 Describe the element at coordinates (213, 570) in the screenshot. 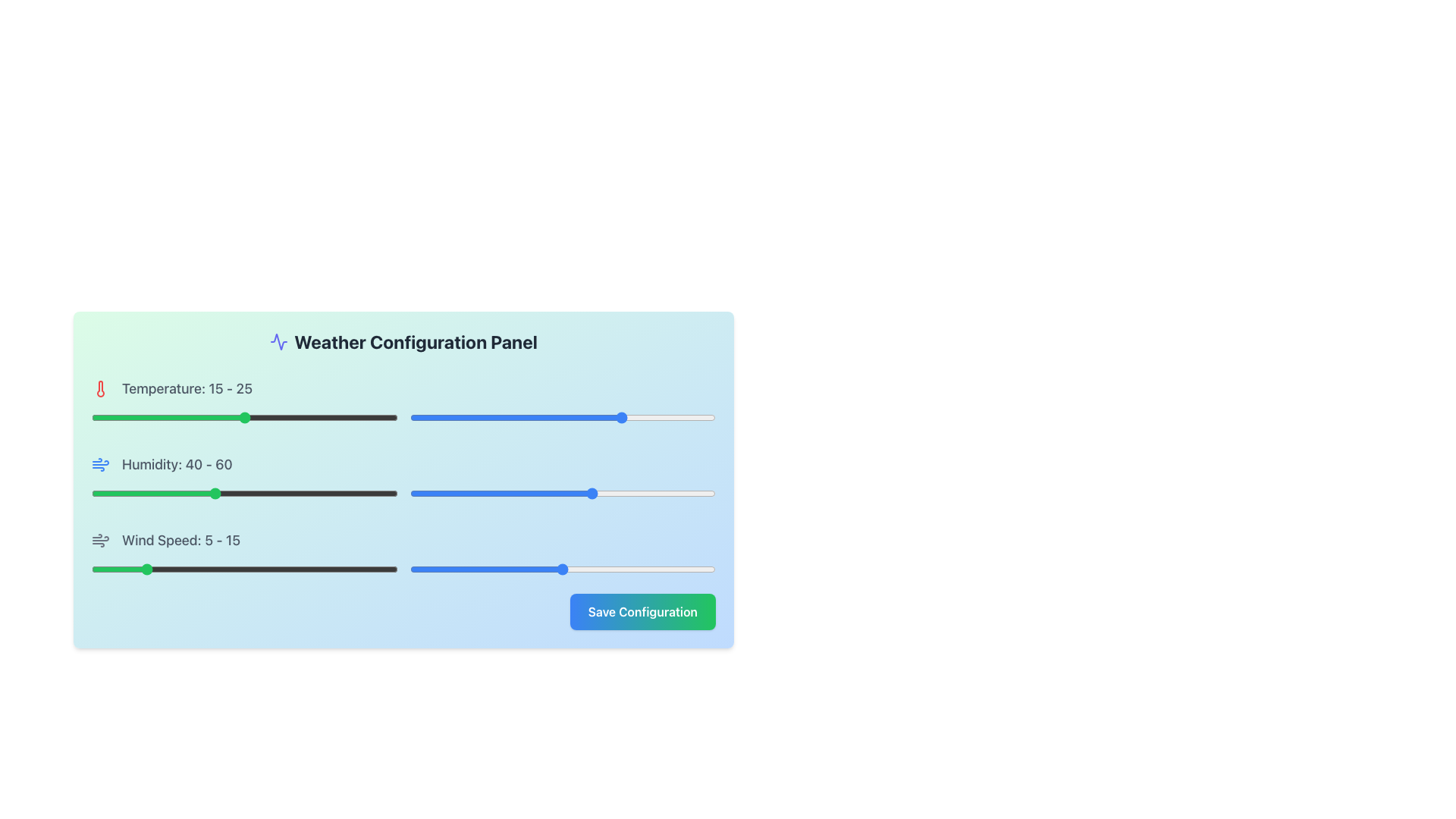

I see `the wind speed` at that location.